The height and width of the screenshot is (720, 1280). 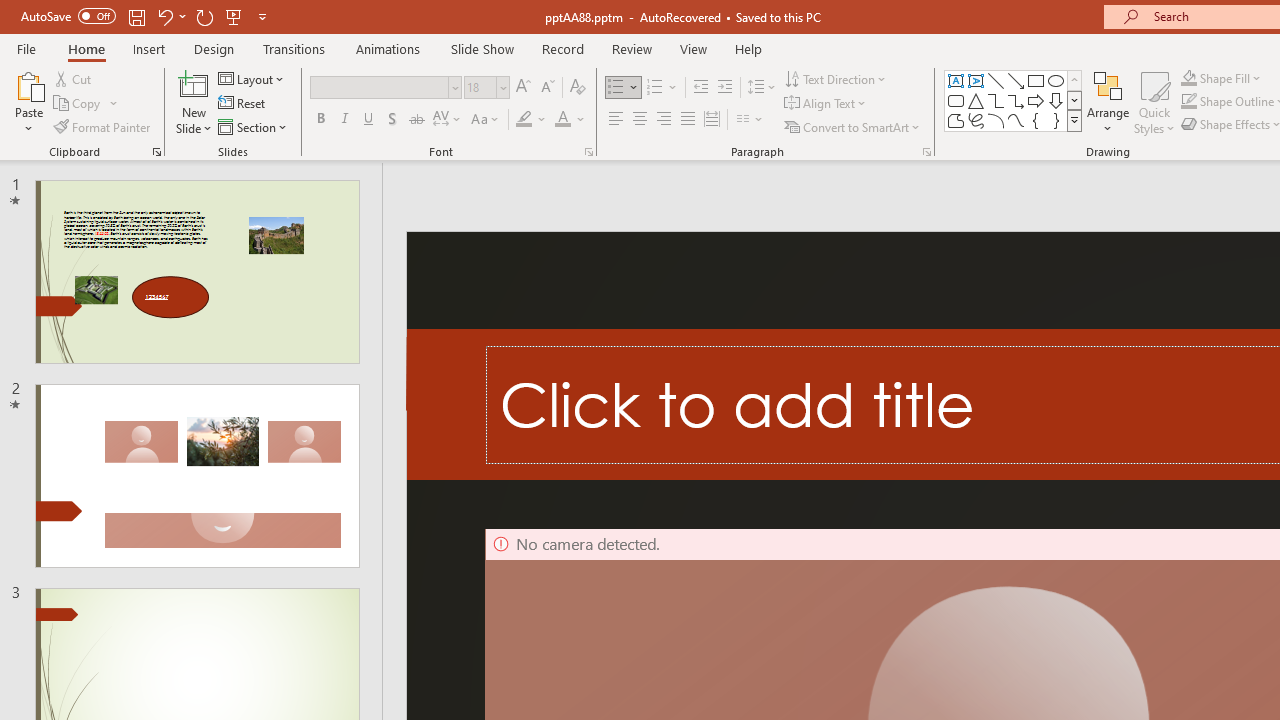 What do you see at coordinates (761, 86) in the screenshot?
I see `'Line Spacing'` at bounding box center [761, 86].